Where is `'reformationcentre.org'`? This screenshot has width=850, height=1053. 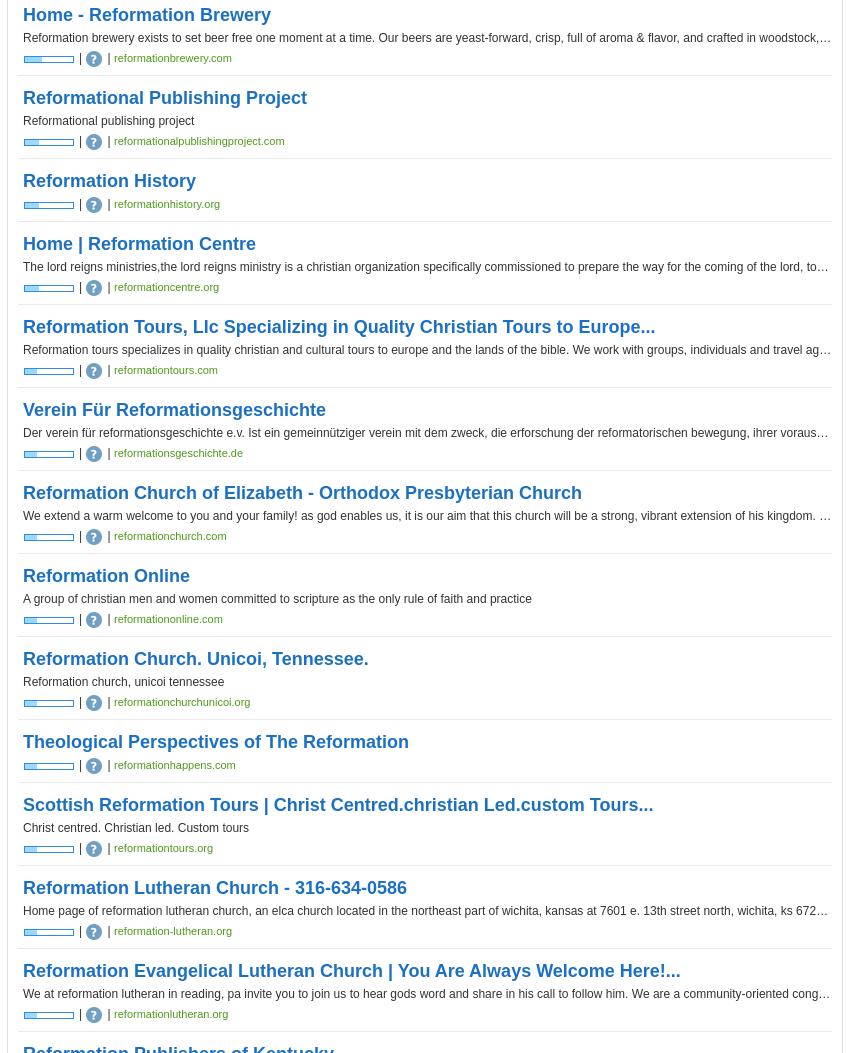
'reformationcentre.org' is located at coordinates (166, 286).